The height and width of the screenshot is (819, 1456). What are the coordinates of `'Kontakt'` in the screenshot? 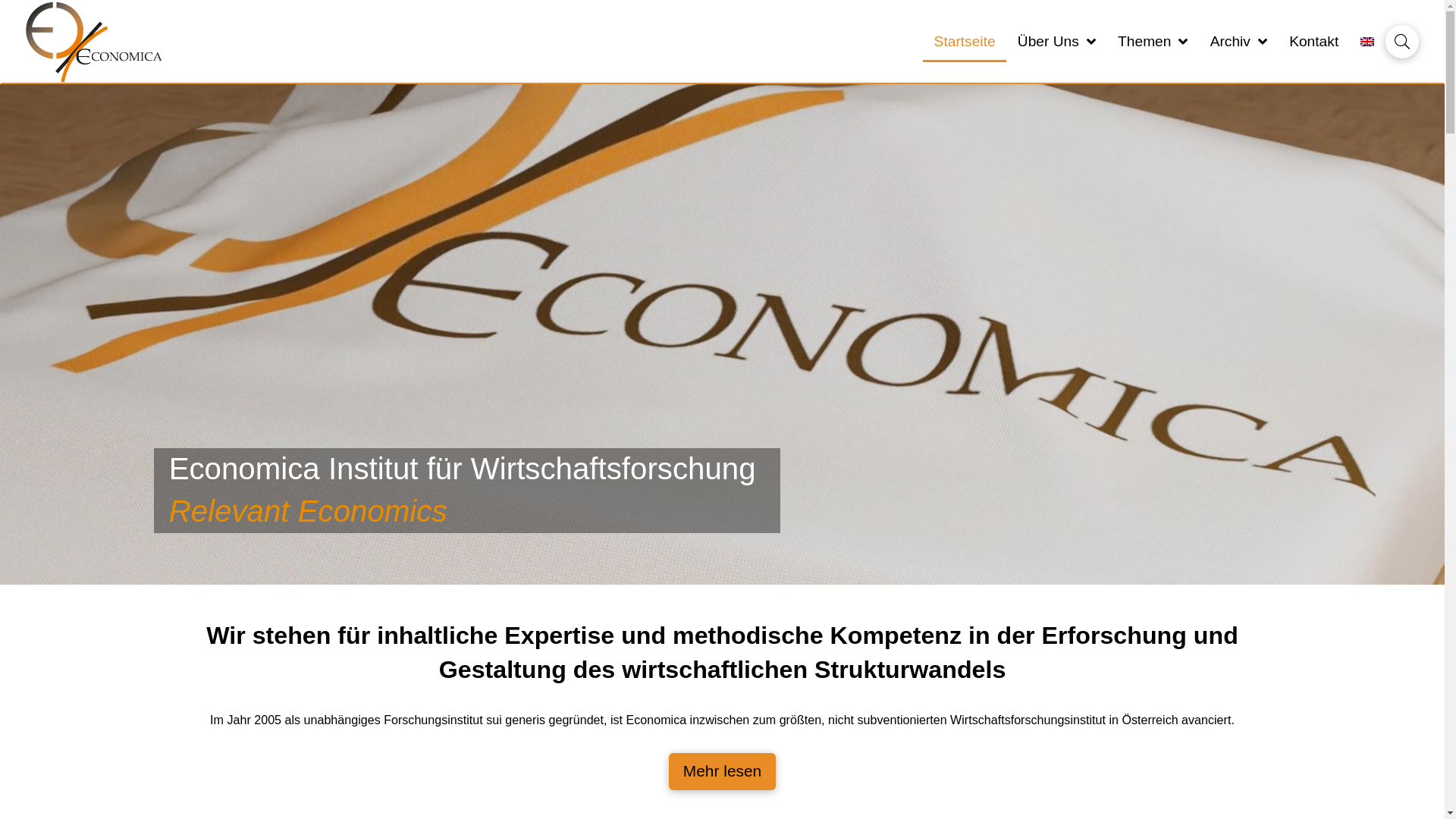 It's located at (1277, 41).